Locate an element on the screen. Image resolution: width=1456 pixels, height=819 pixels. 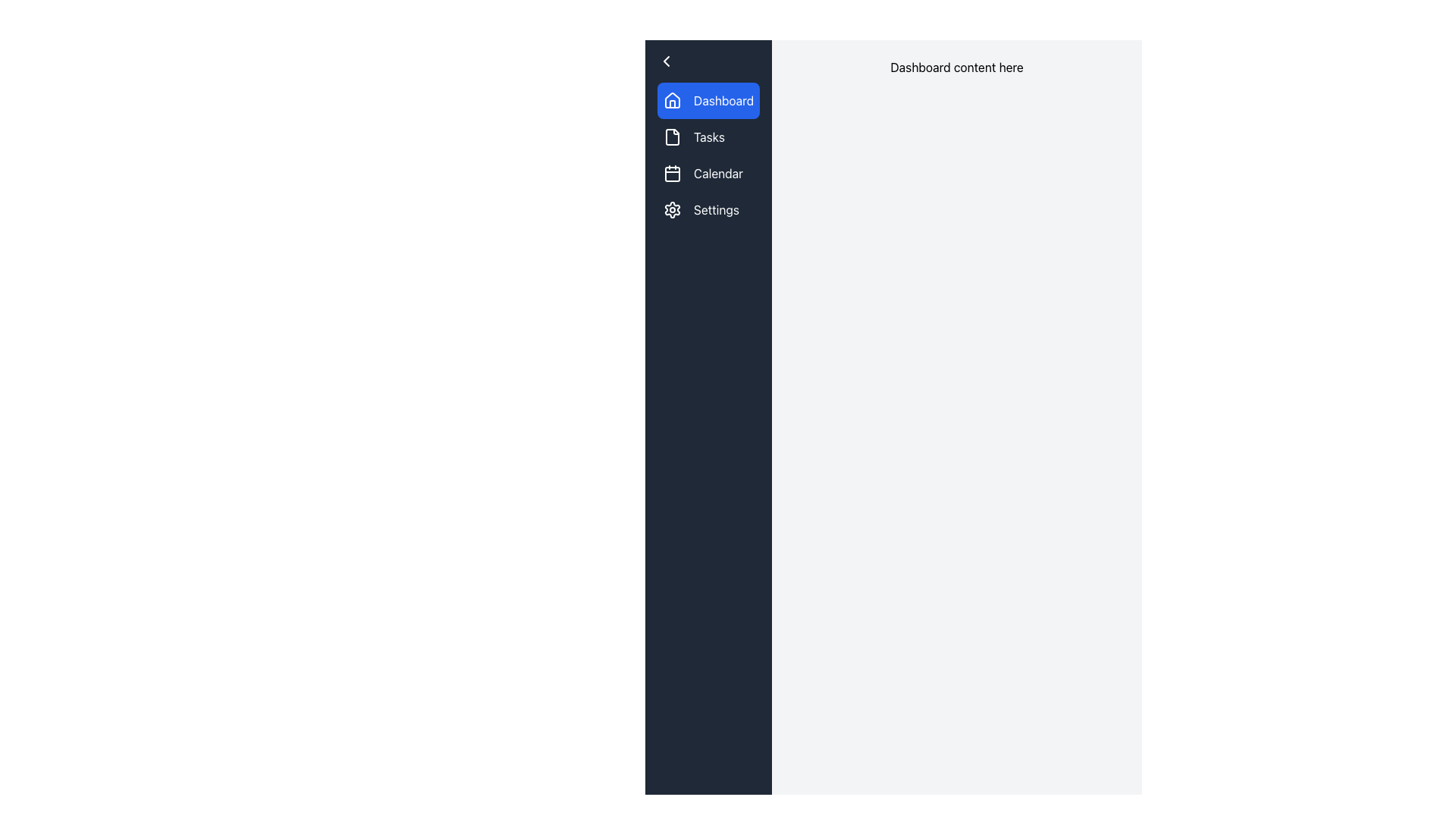
the 'Settings' button in the vertical sidebar menu is located at coordinates (708, 210).